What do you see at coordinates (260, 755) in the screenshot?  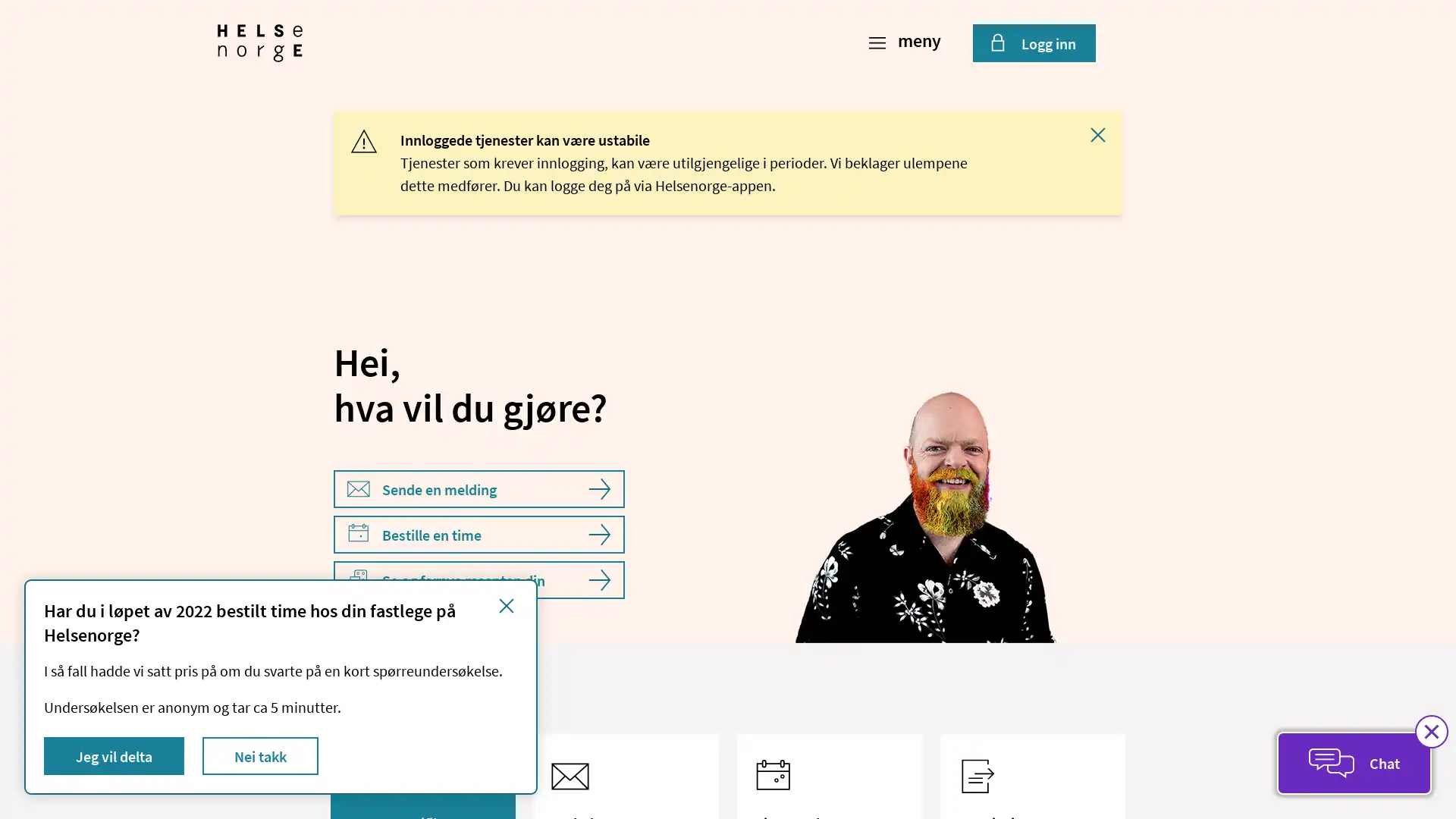 I see `Nei takk` at bounding box center [260, 755].